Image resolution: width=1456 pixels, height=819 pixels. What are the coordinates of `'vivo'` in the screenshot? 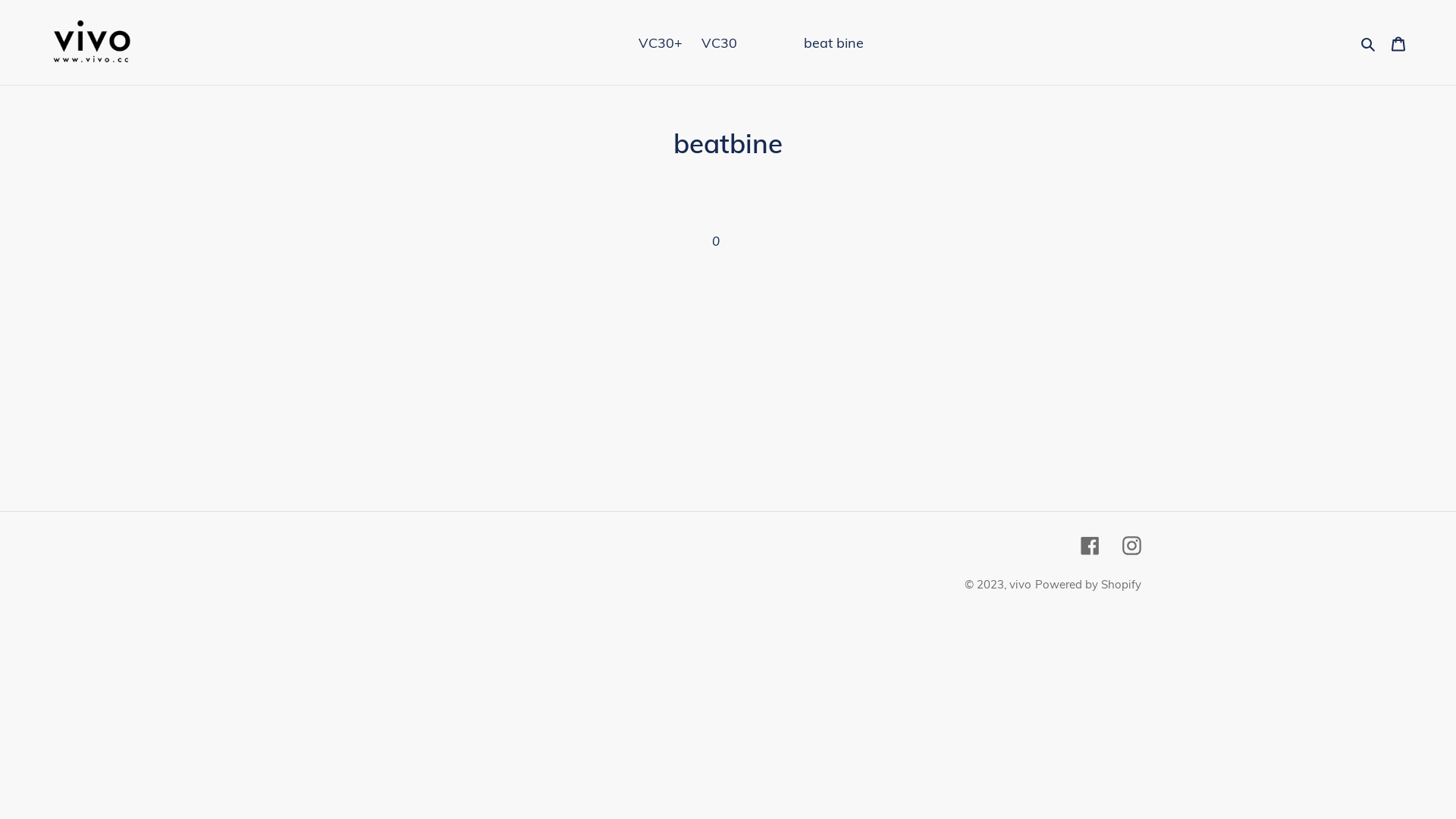 It's located at (1009, 583).